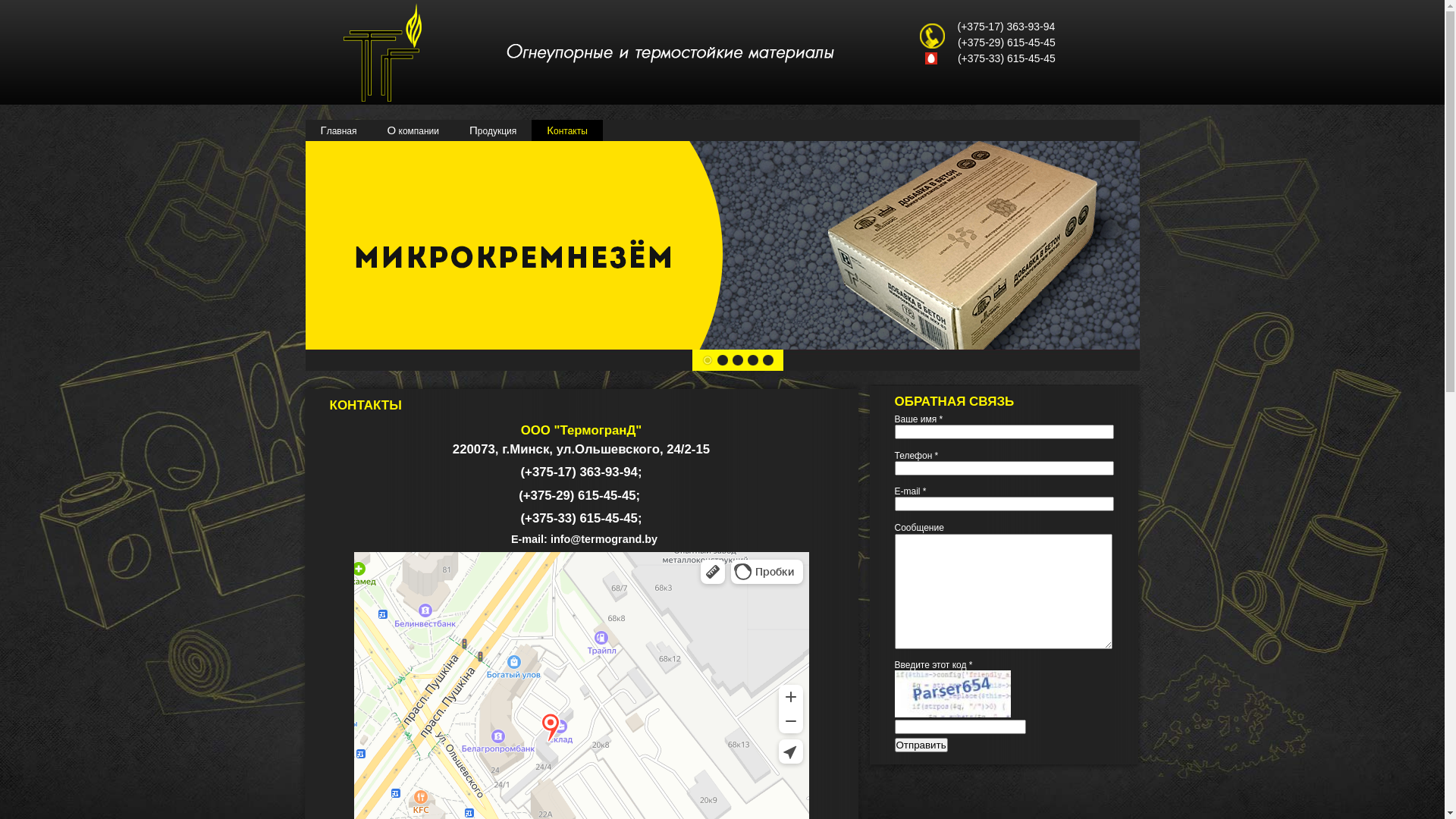  I want to click on '3', so click(737, 359).